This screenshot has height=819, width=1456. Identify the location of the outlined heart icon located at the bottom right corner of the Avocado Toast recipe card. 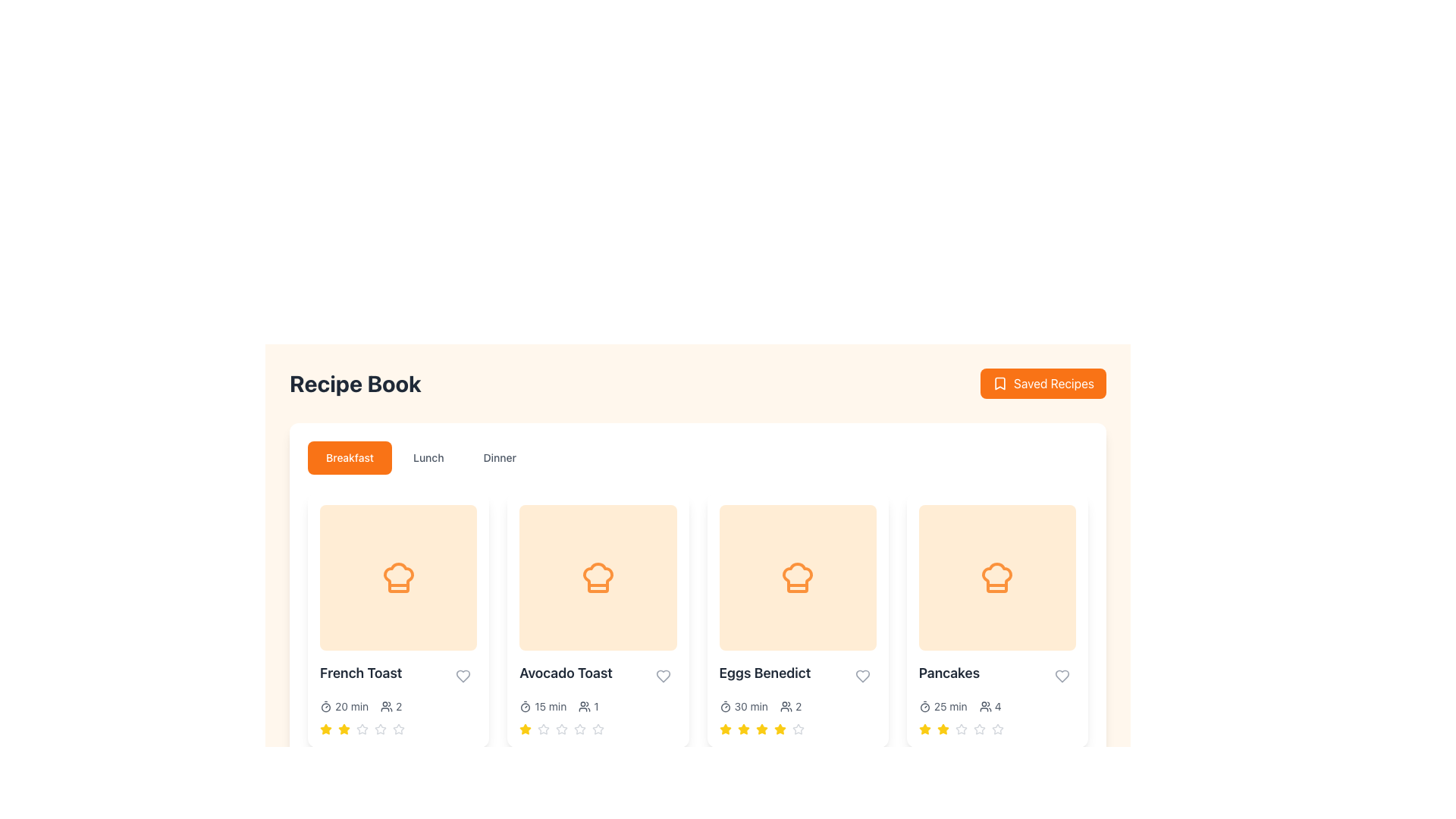
(663, 675).